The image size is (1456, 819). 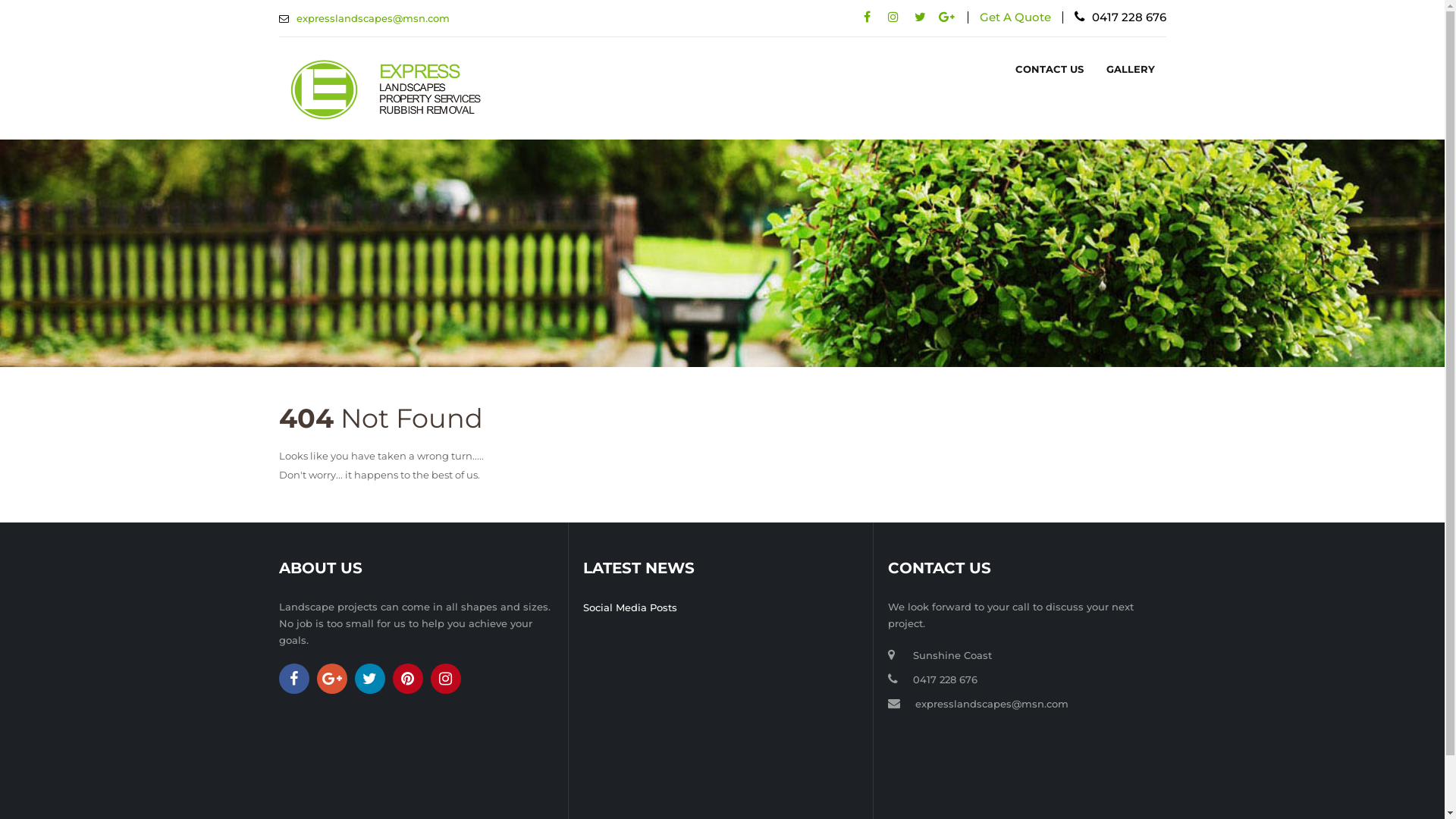 I want to click on 'Social Media Posts', so click(x=629, y=607).